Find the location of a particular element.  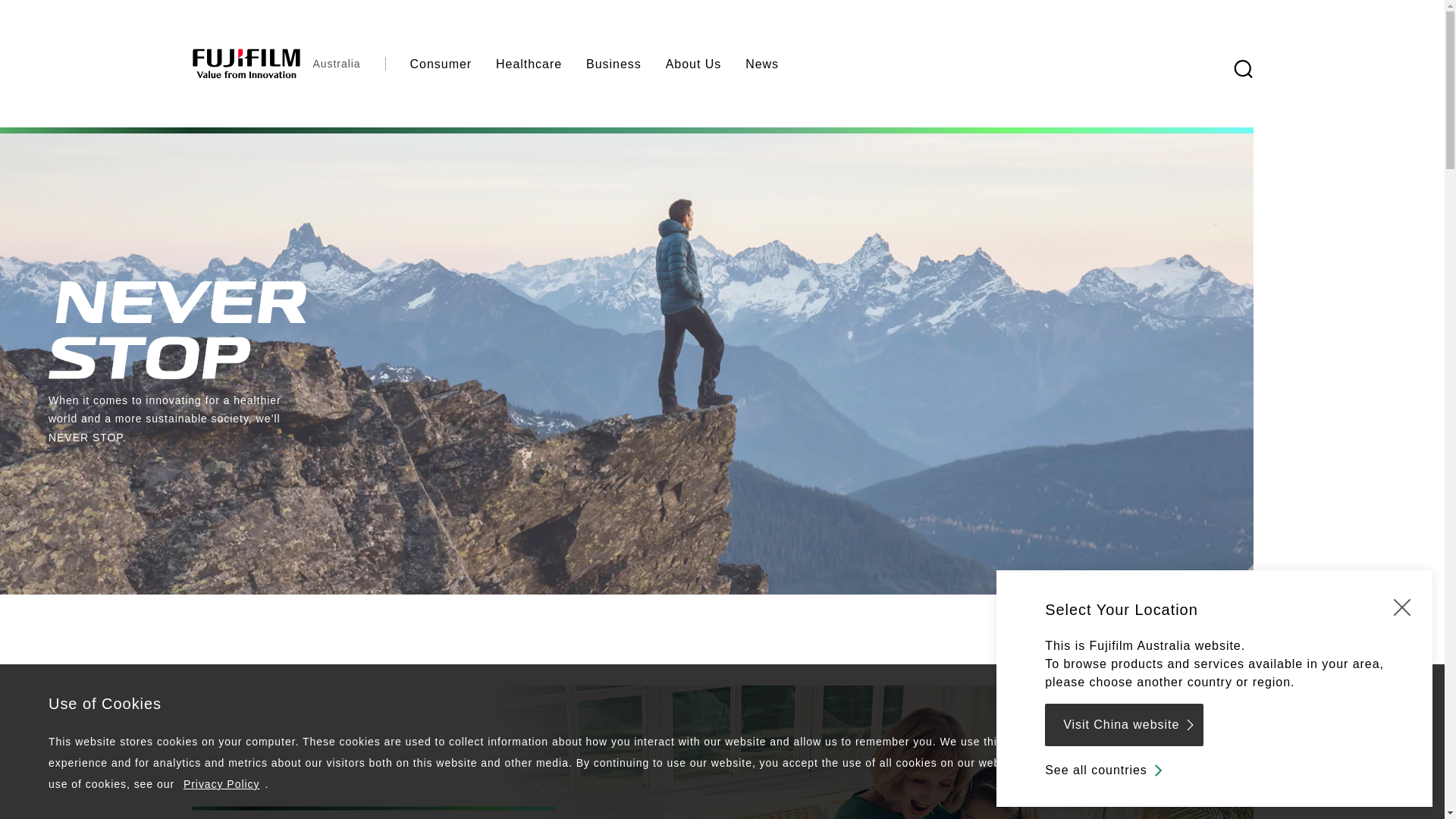

'Healthcare' is located at coordinates (529, 63).